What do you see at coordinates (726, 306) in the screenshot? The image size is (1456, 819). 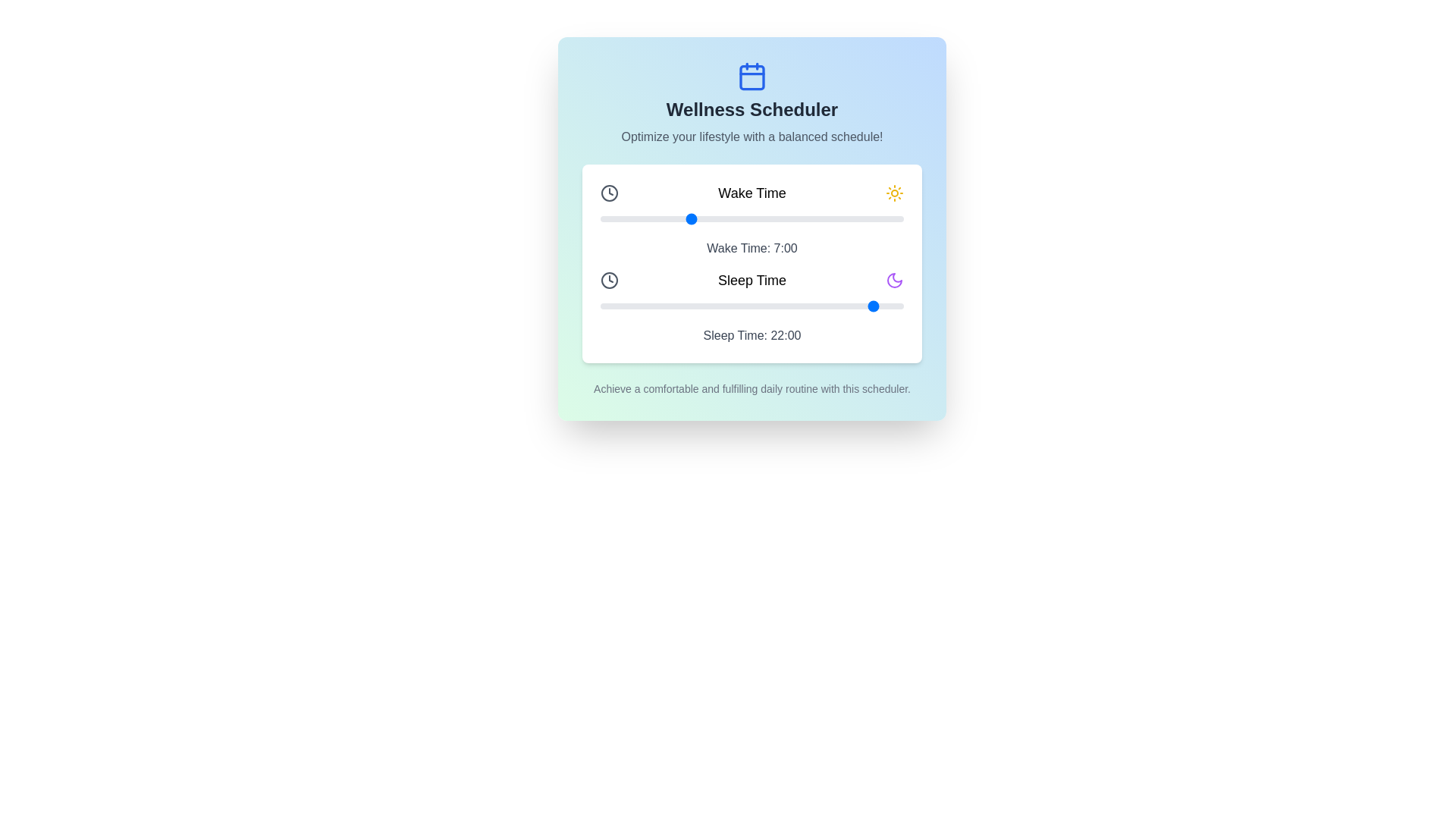 I see `the time` at bounding box center [726, 306].